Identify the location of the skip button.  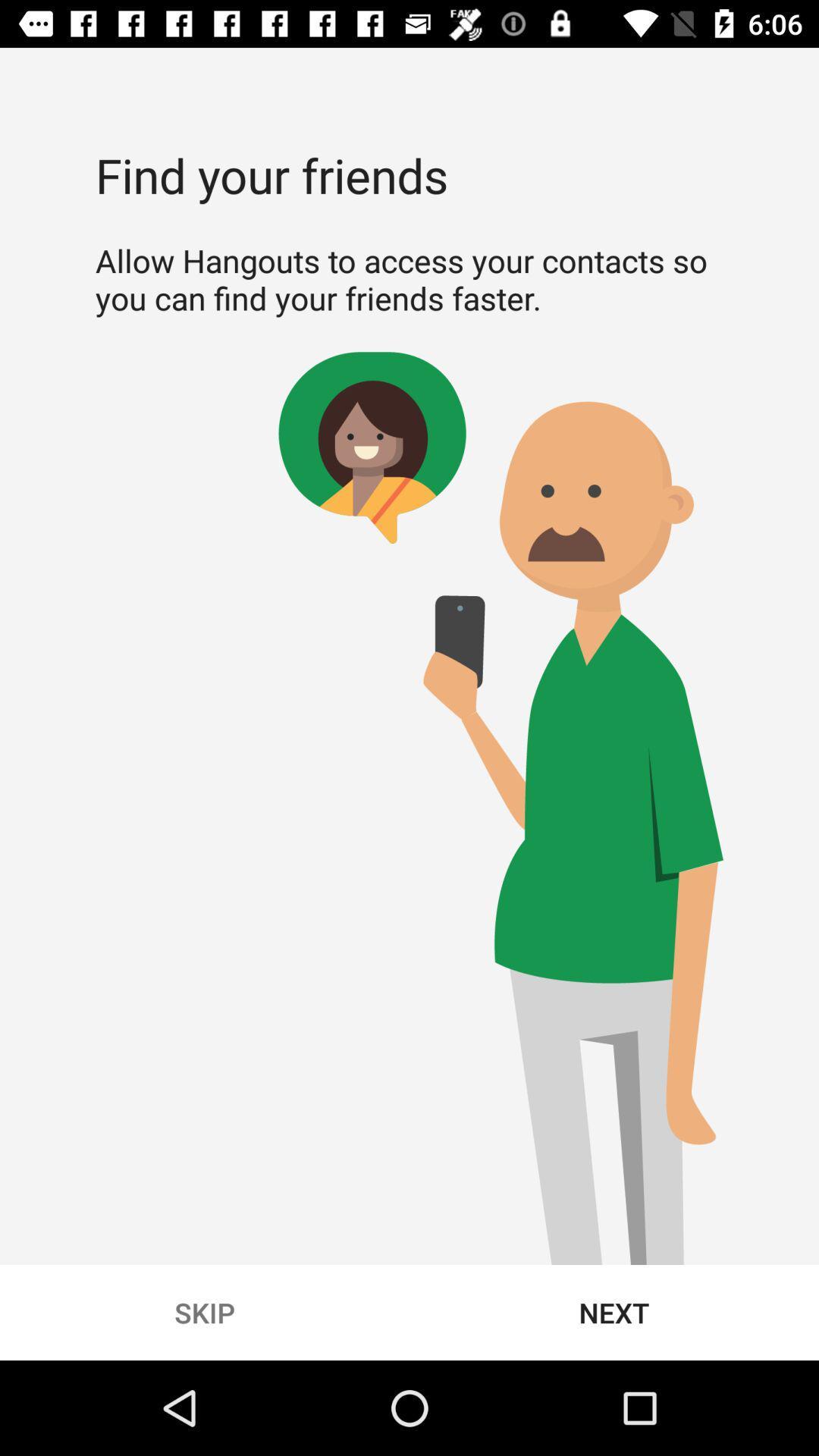
(205, 1312).